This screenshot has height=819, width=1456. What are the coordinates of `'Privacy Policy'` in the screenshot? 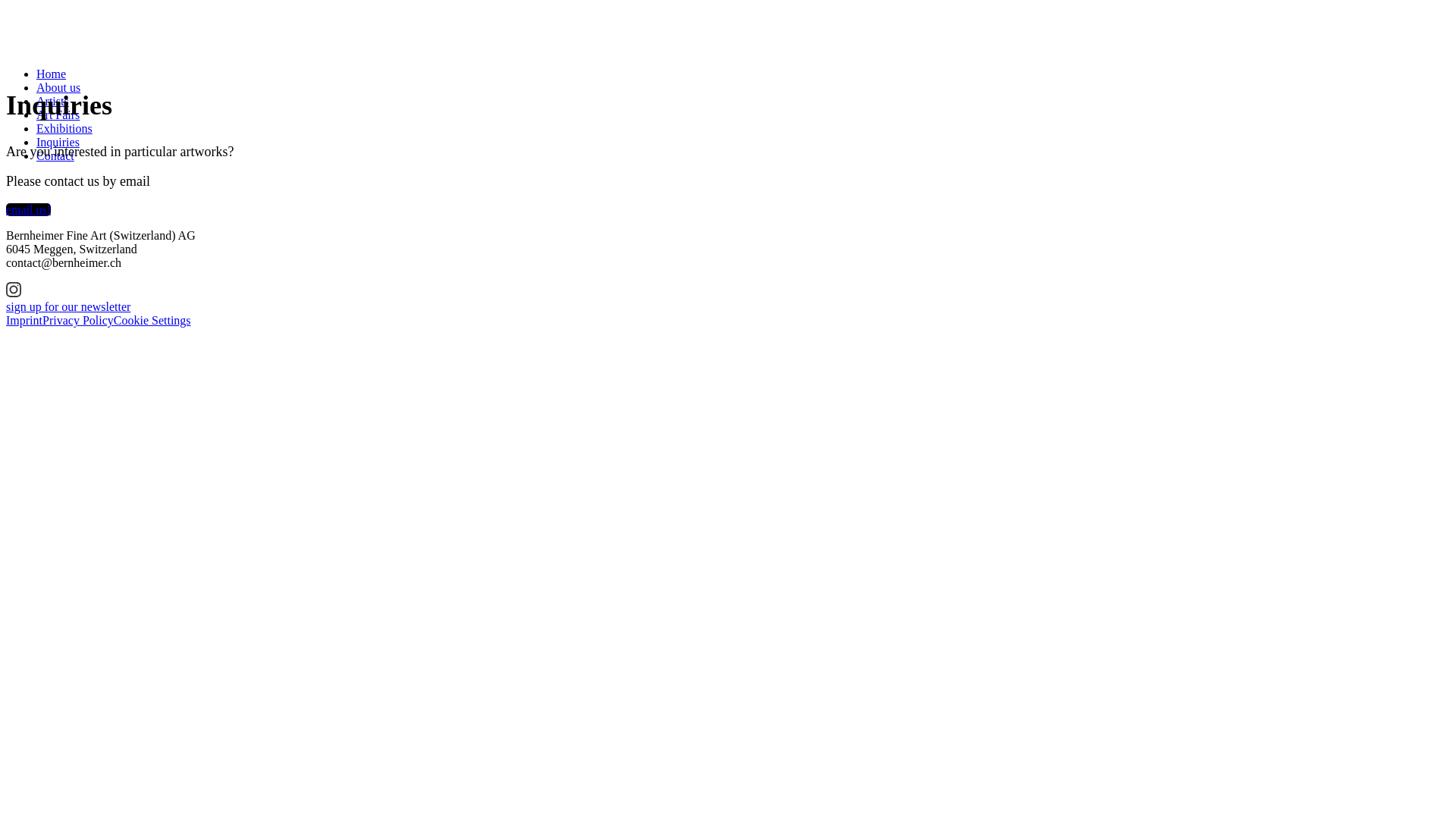 It's located at (77, 319).